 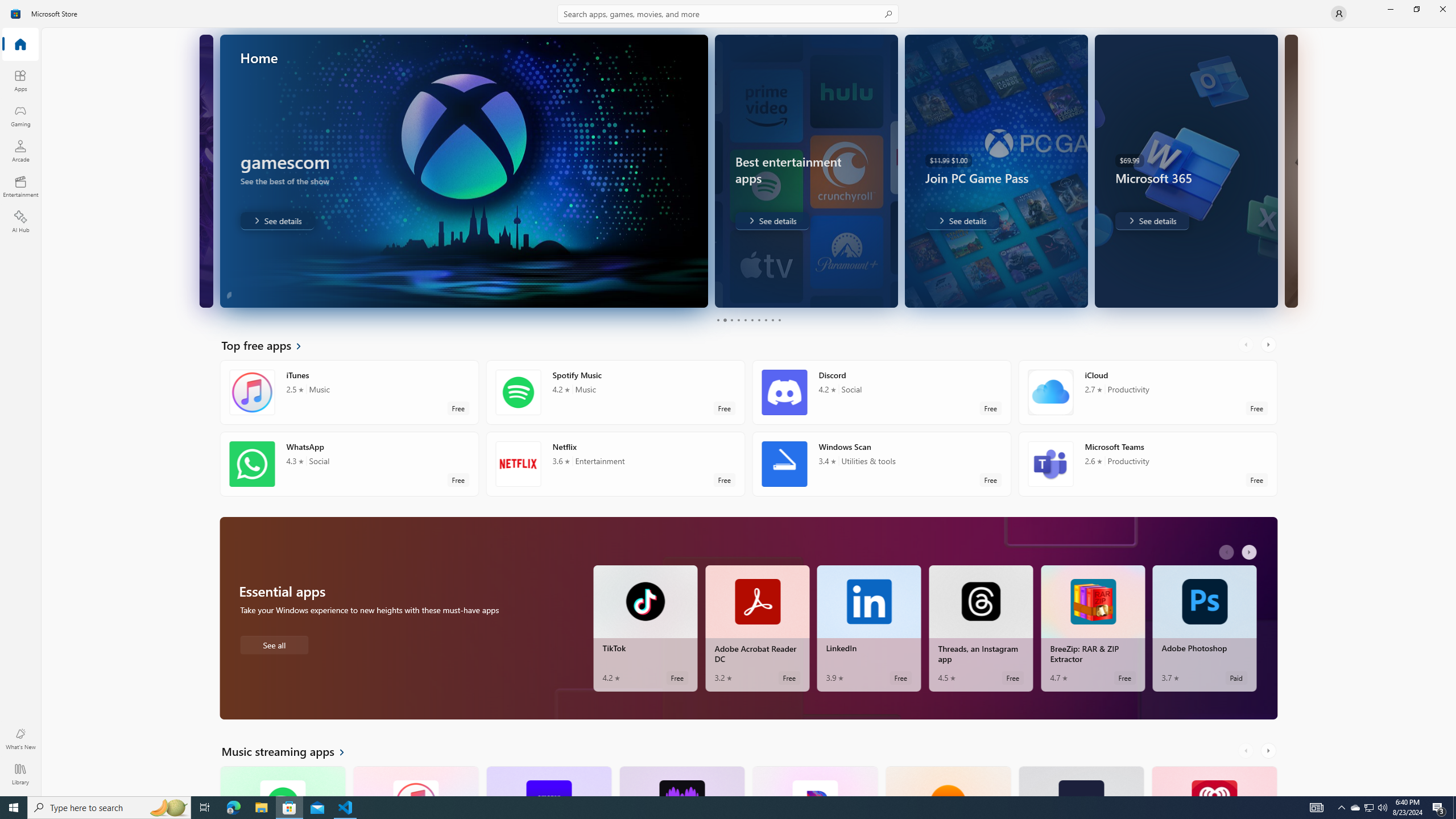 I want to click on 'AutomationID: LeftScrollButton', so click(x=1247, y=751).